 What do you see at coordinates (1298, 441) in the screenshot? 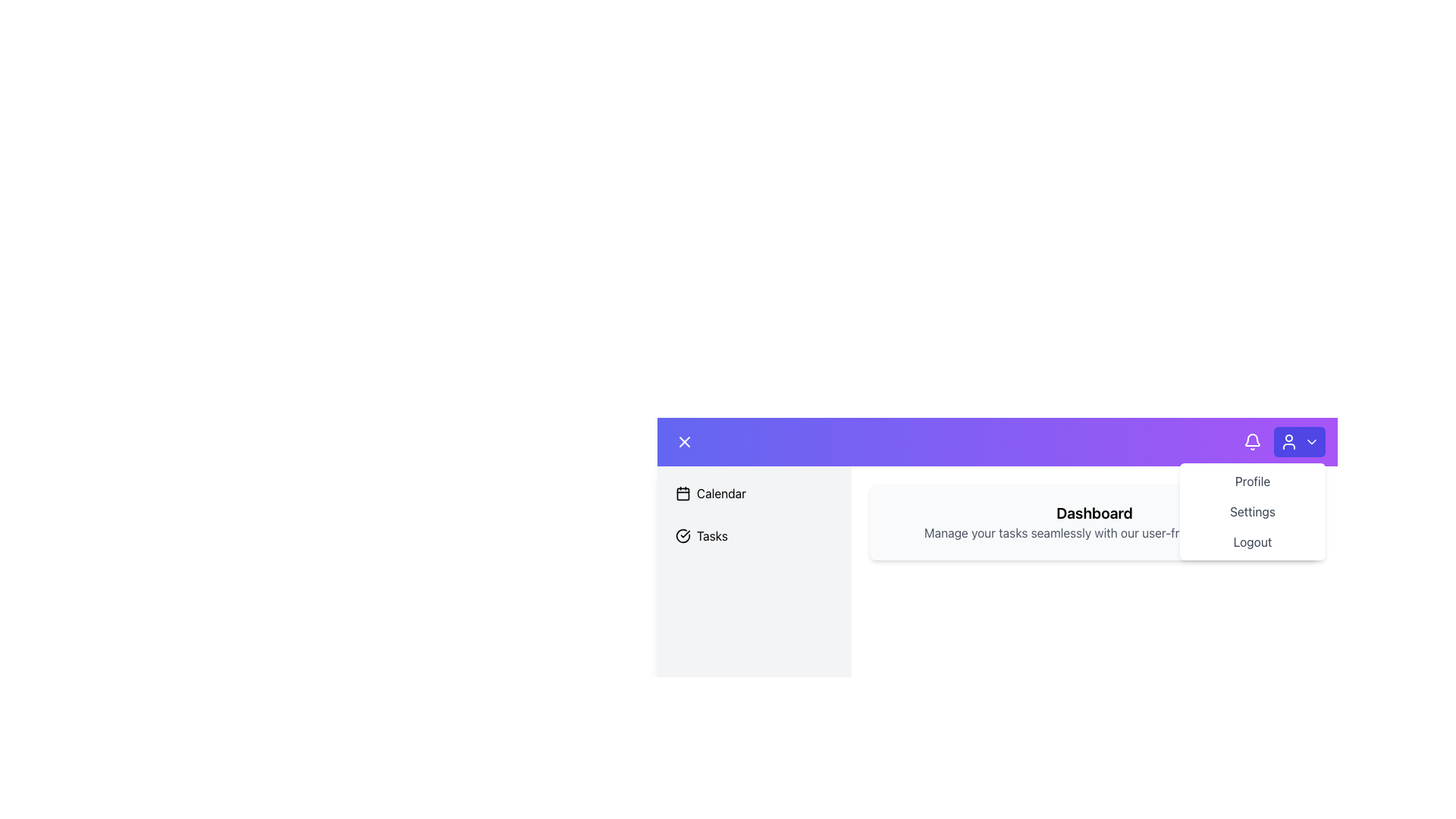
I see `the Dropdown menu trigger button located at the right edge of the top navigation bar` at bounding box center [1298, 441].